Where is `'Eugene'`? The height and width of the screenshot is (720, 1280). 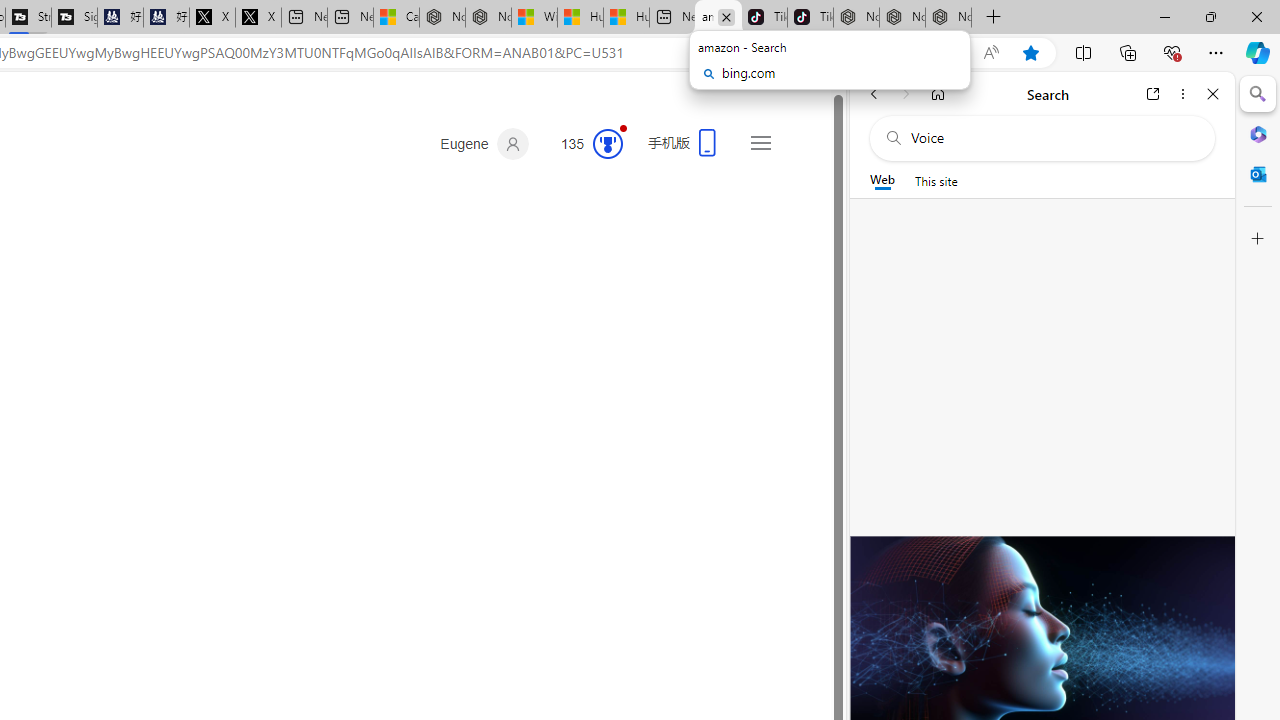 'Eugene' is located at coordinates (484, 143).